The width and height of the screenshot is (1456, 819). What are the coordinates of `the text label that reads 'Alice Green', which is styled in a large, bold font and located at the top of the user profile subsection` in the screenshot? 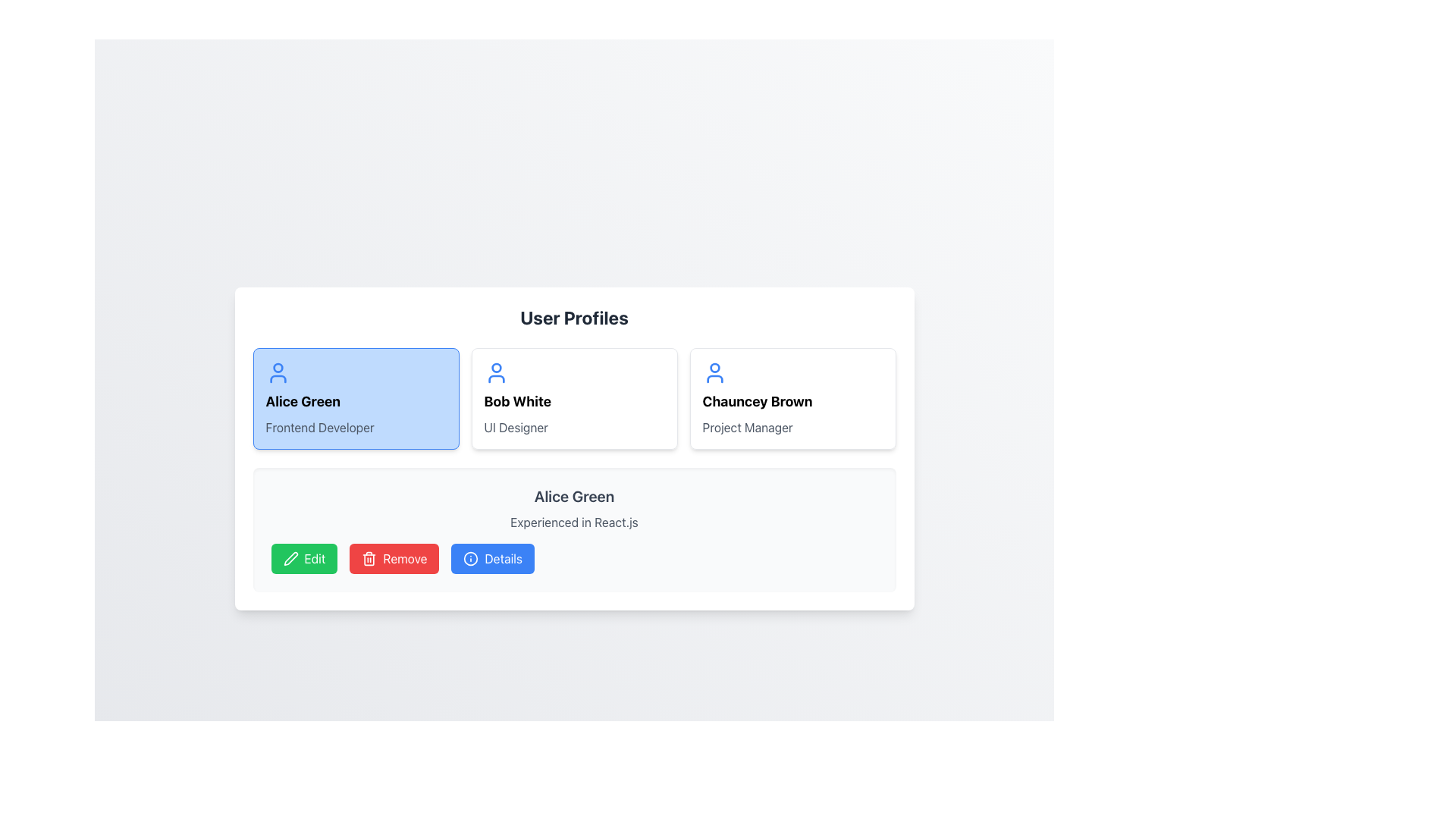 It's located at (573, 497).